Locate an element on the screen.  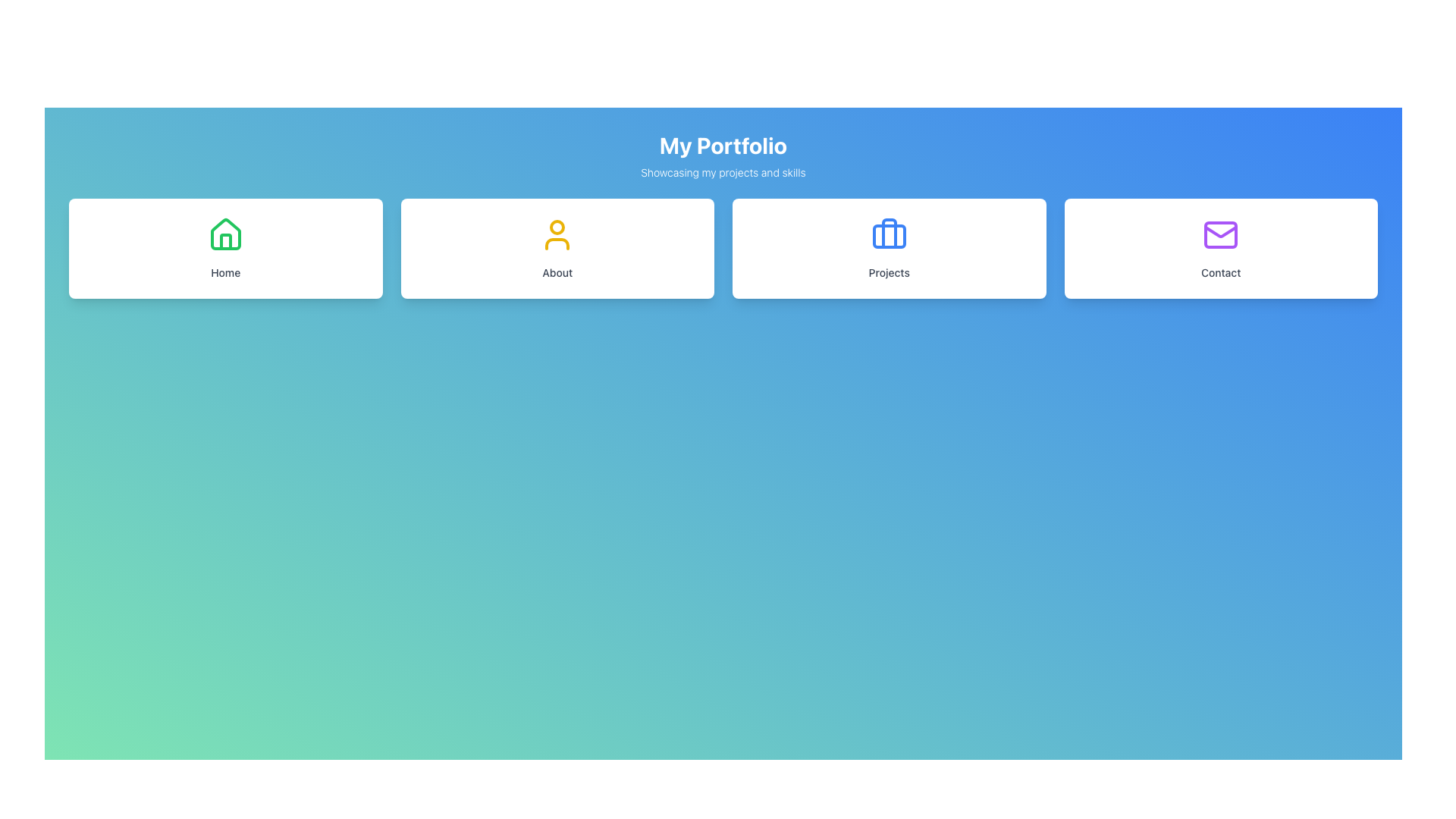
the text label that indicates the function of the navigation link leading to the contact-related section, which is positioned at the bottom-center of the third card in a grid layout is located at coordinates (1221, 271).